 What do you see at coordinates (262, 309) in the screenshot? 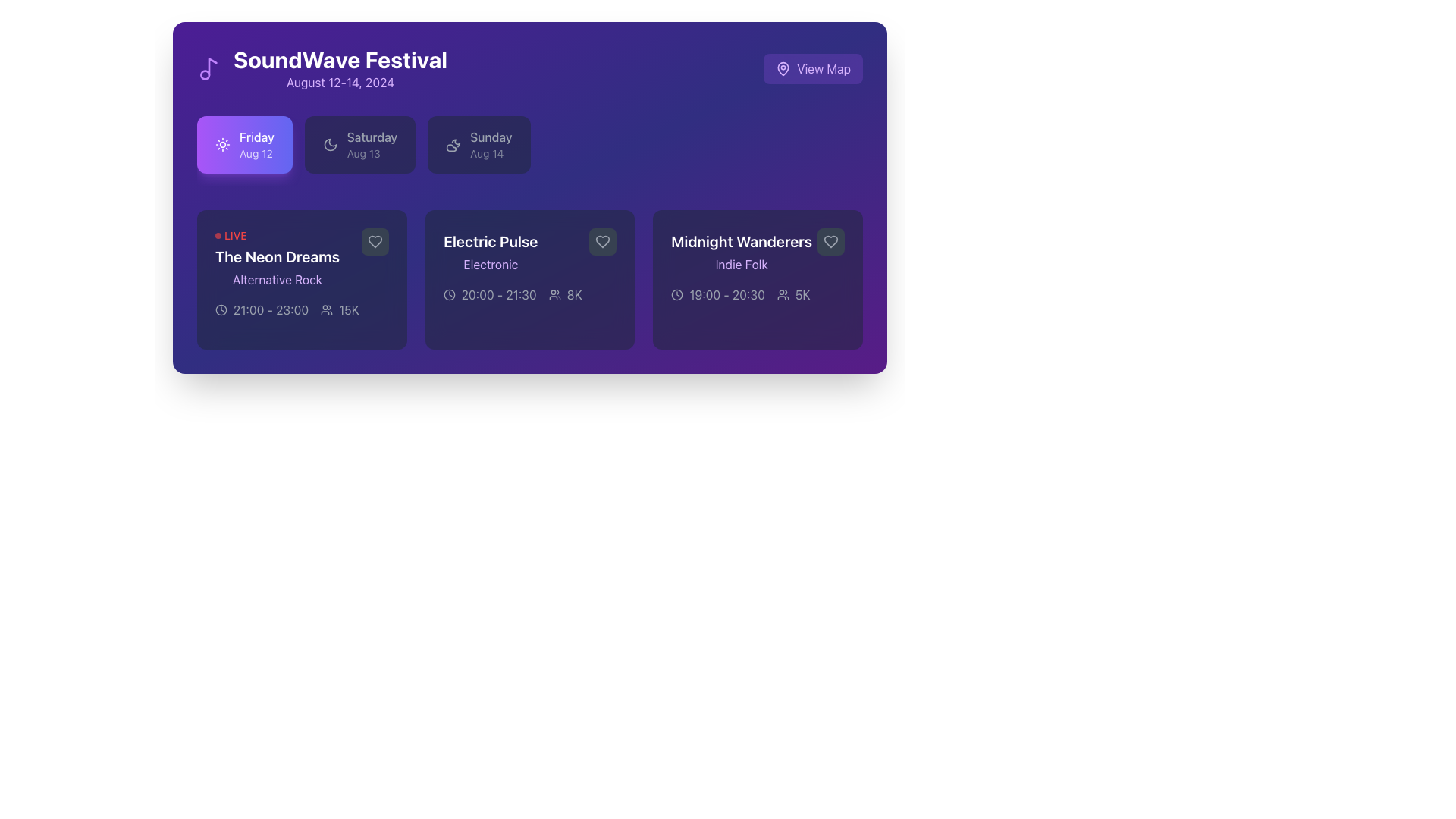
I see `the informational text displaying the time range '21:00 - 23:00' with a clock icon, located below the event title 'The Neon Dreams' and to the left of the attendee count '15K'` at bounding box center [262, 309].